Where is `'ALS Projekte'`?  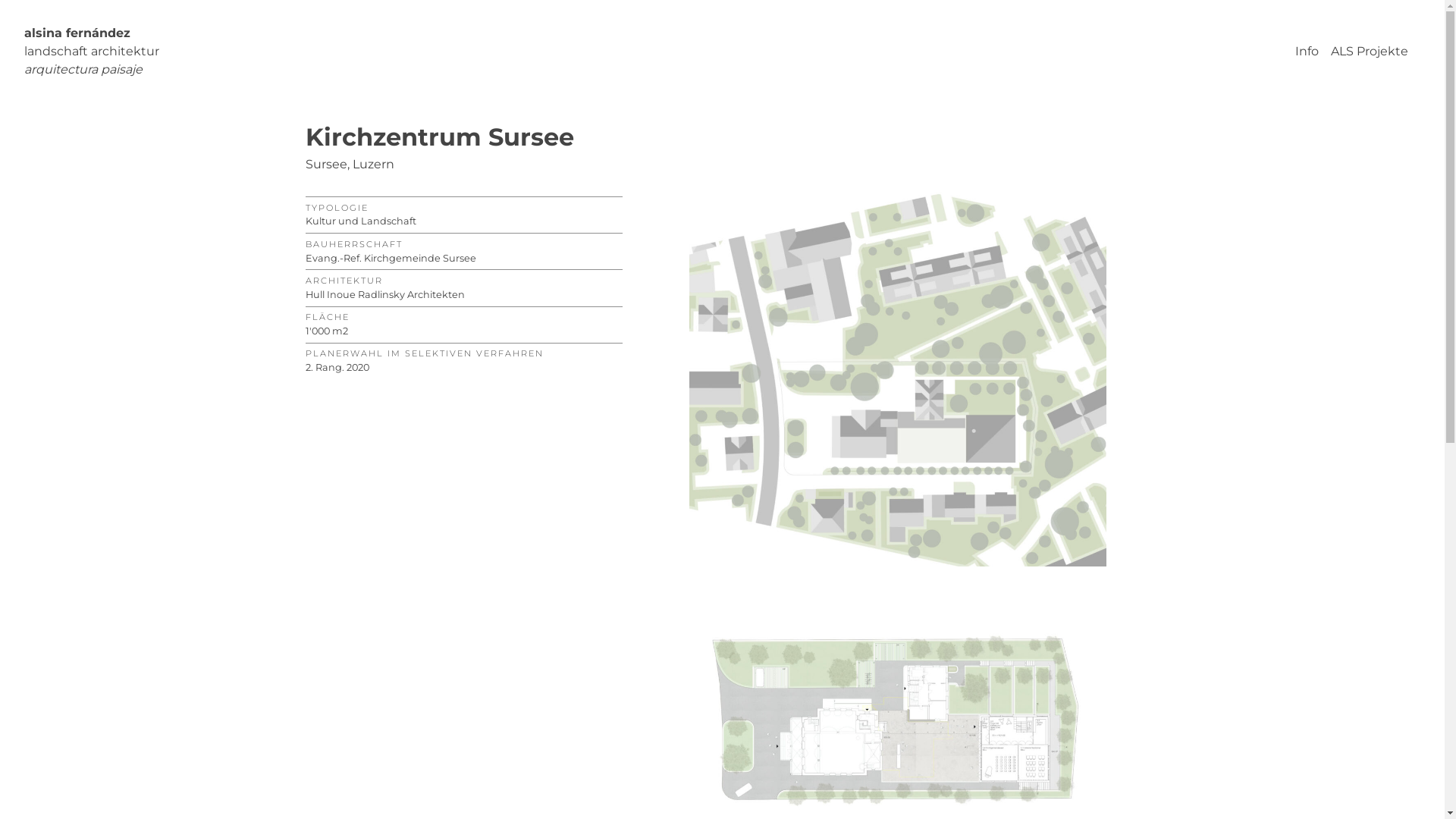 'ALS Projekte' is located at coordinates (1369, 50).